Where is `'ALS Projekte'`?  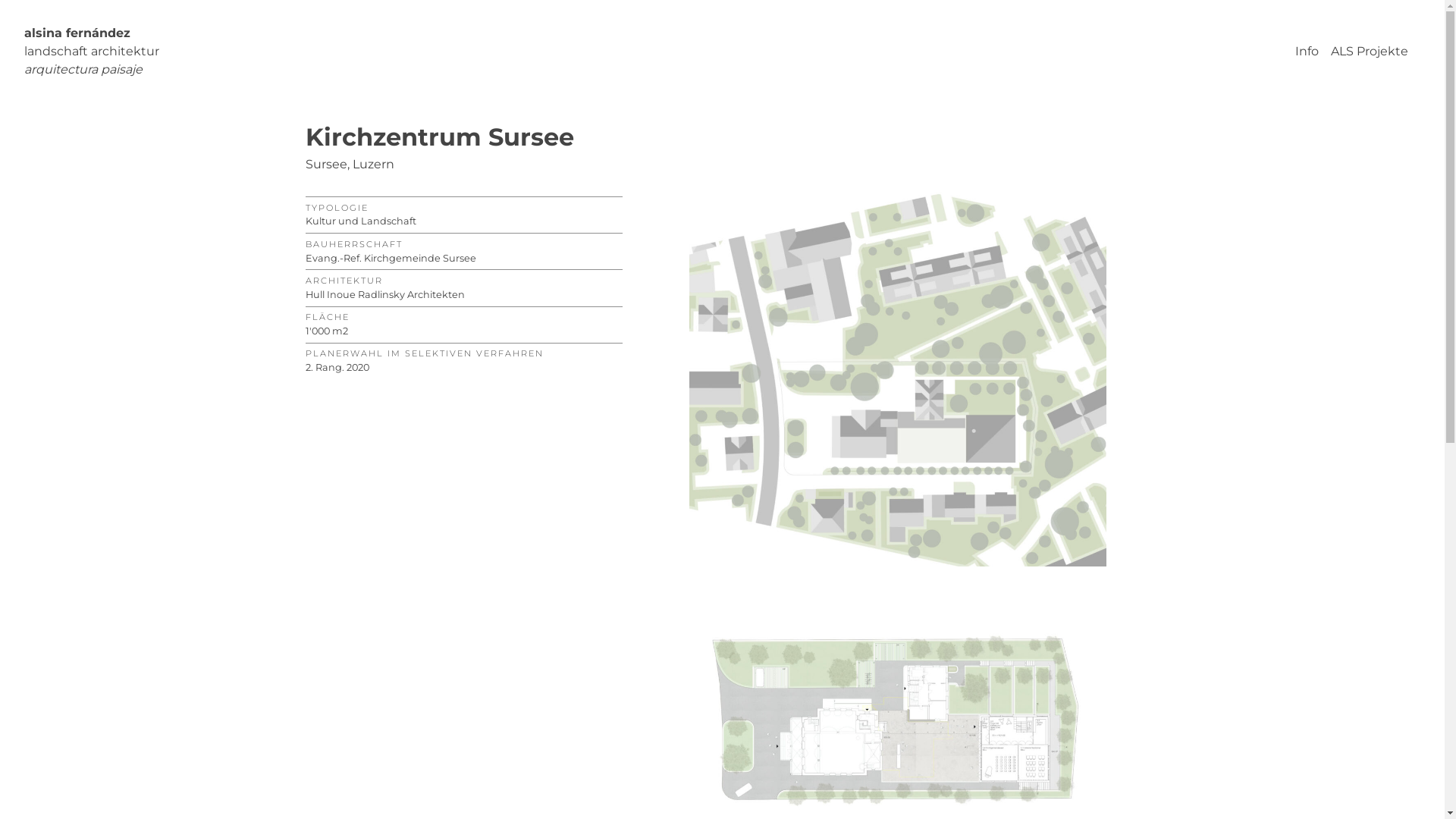 'ALS Projekte' is located at coordinates (1369, 50).